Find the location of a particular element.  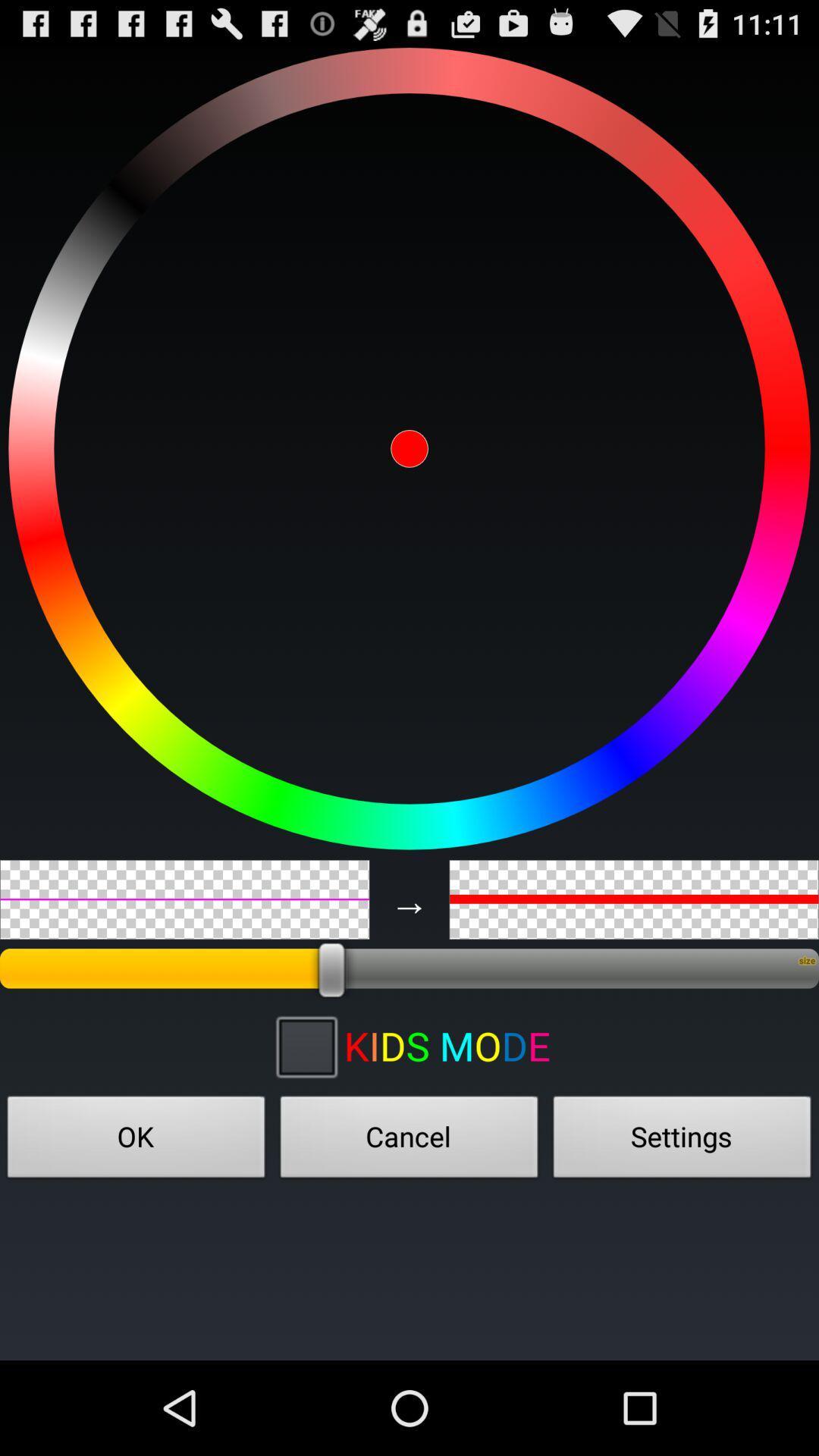

the settings is located at coordinates (681, 1141).